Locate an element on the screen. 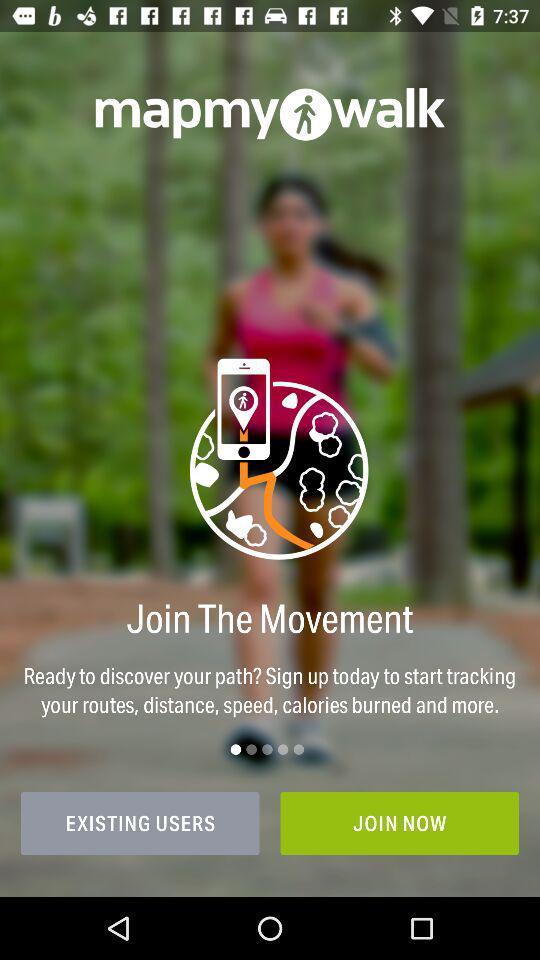 The image size is (540, 960). join now icon is located at coordinates (399, 823).